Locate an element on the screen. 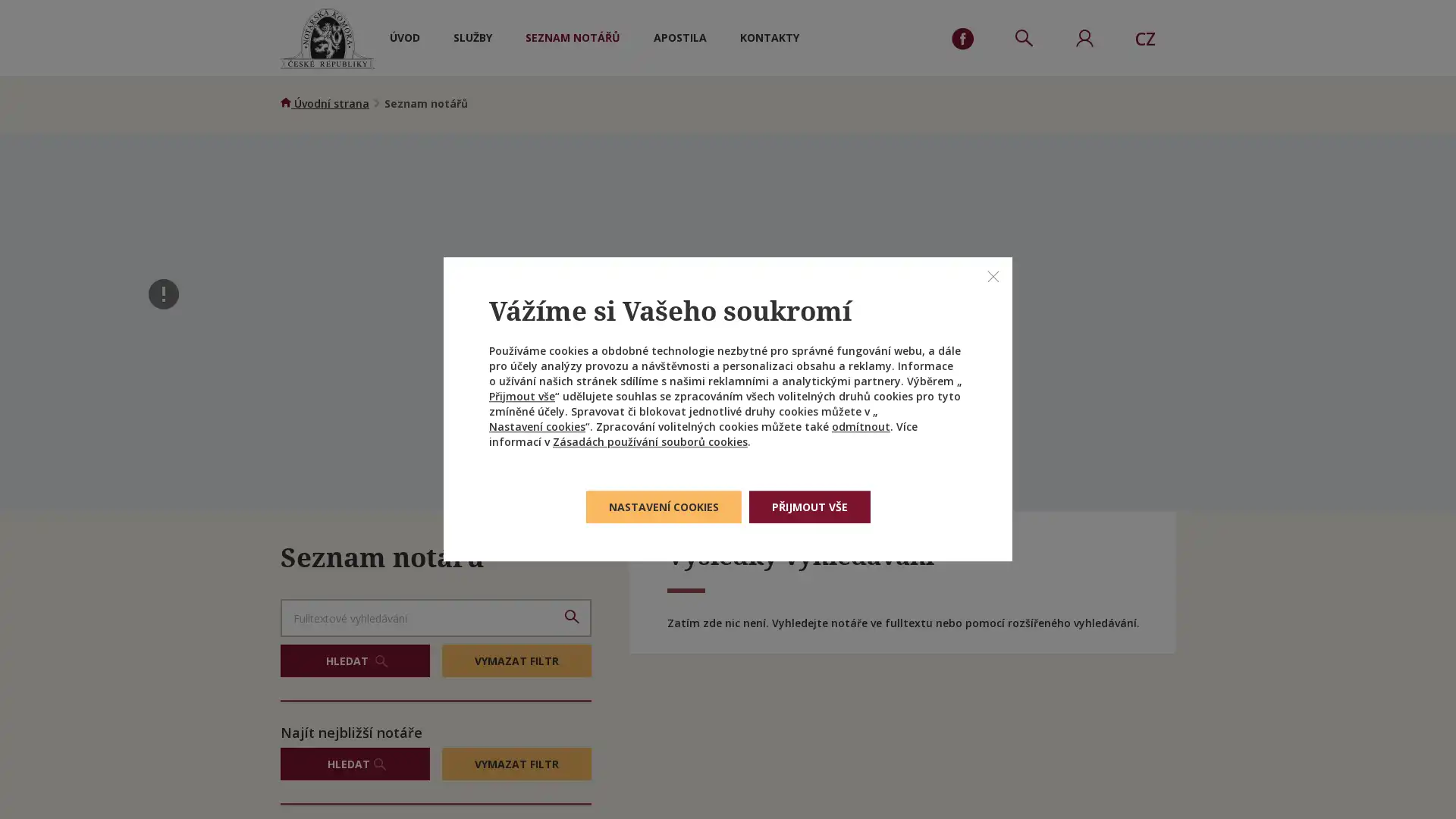 The width and height of the screenshot is (1456, 819). Prijmout vse is located at coordinates (808, 507).